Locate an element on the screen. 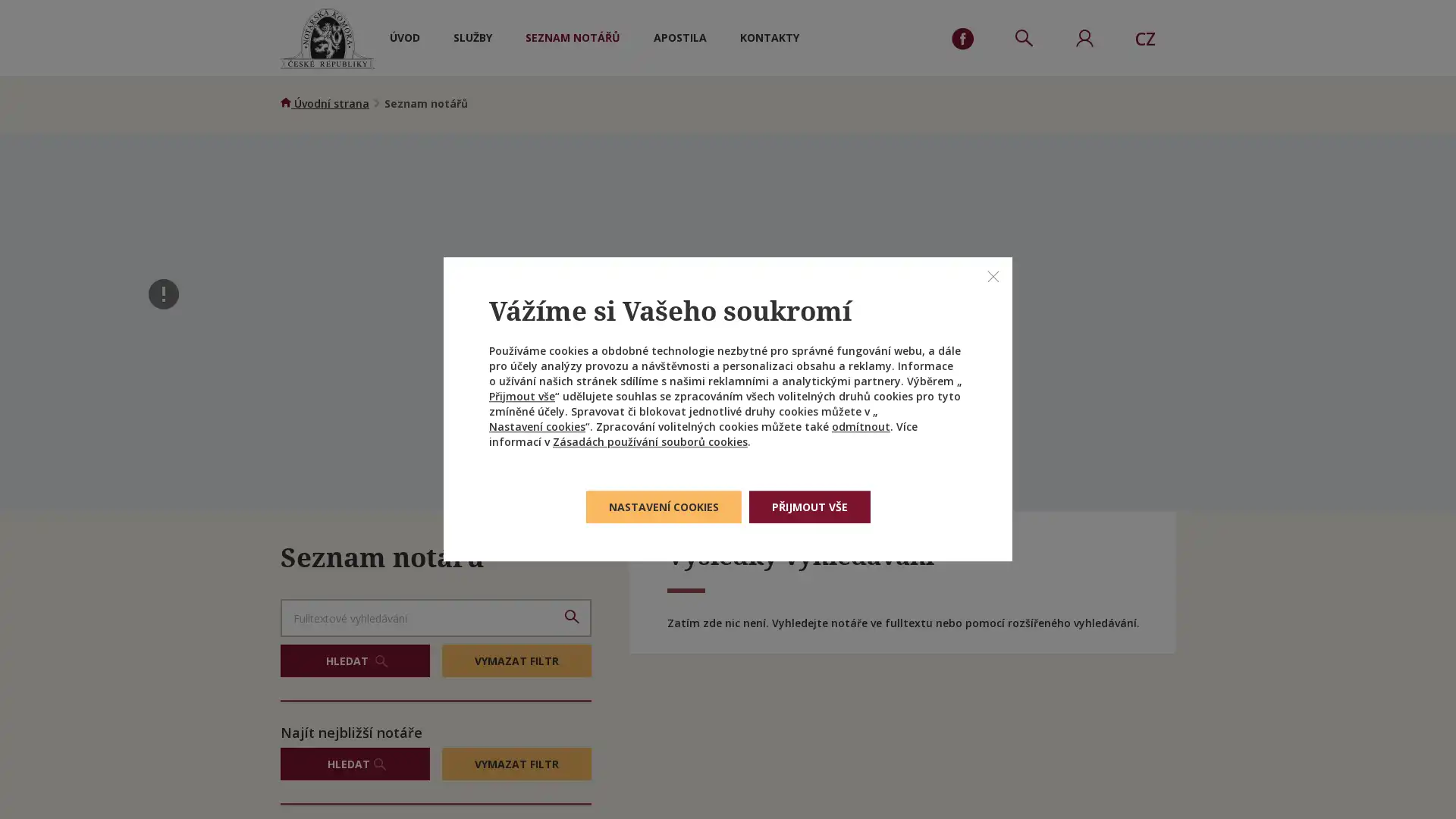 The width and height of the screenshot is (1456, 819). Prijmout vse is located at coordinates (808, 507).